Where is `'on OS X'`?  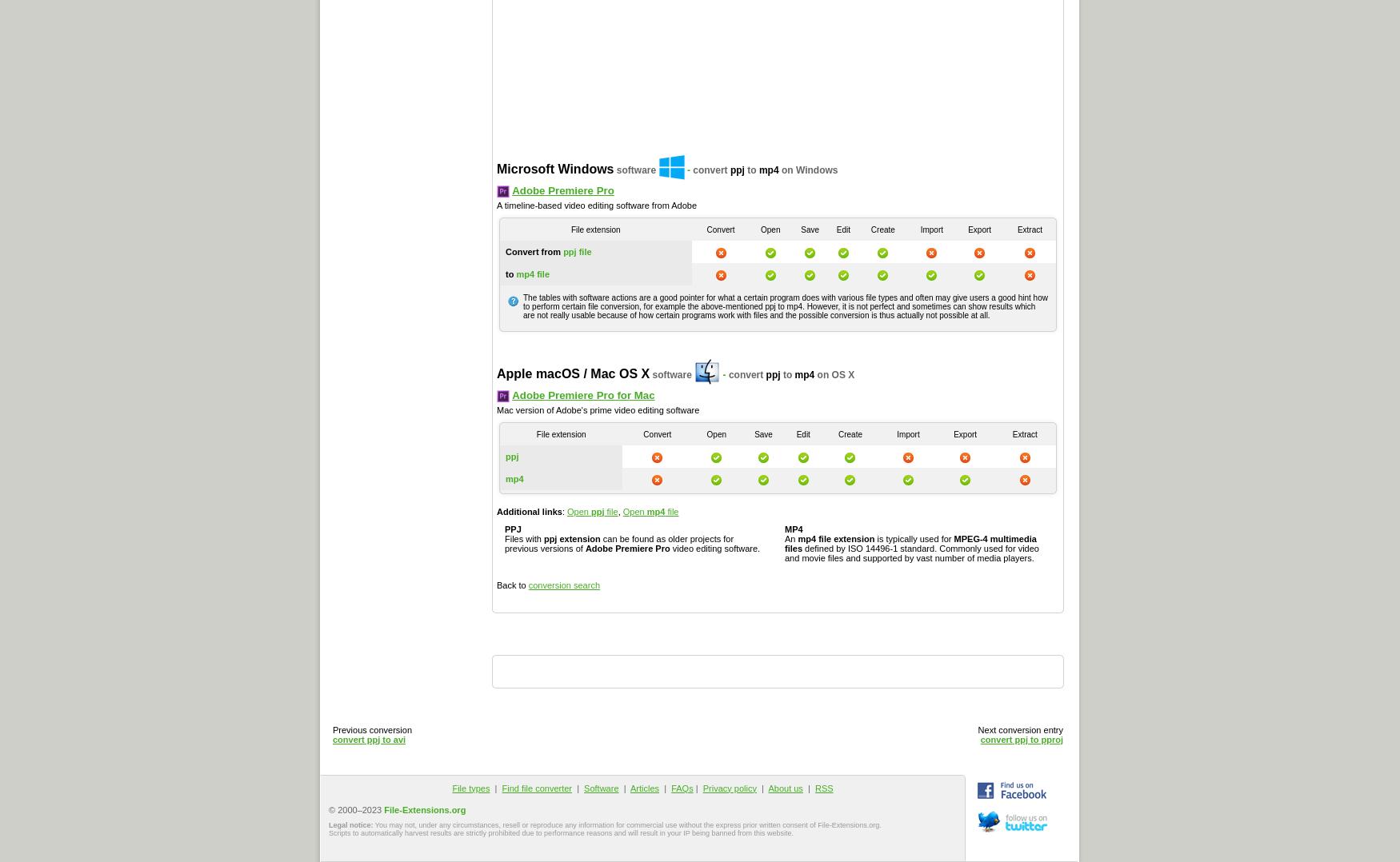
'on OS X' is located at coordinates (834, 373).